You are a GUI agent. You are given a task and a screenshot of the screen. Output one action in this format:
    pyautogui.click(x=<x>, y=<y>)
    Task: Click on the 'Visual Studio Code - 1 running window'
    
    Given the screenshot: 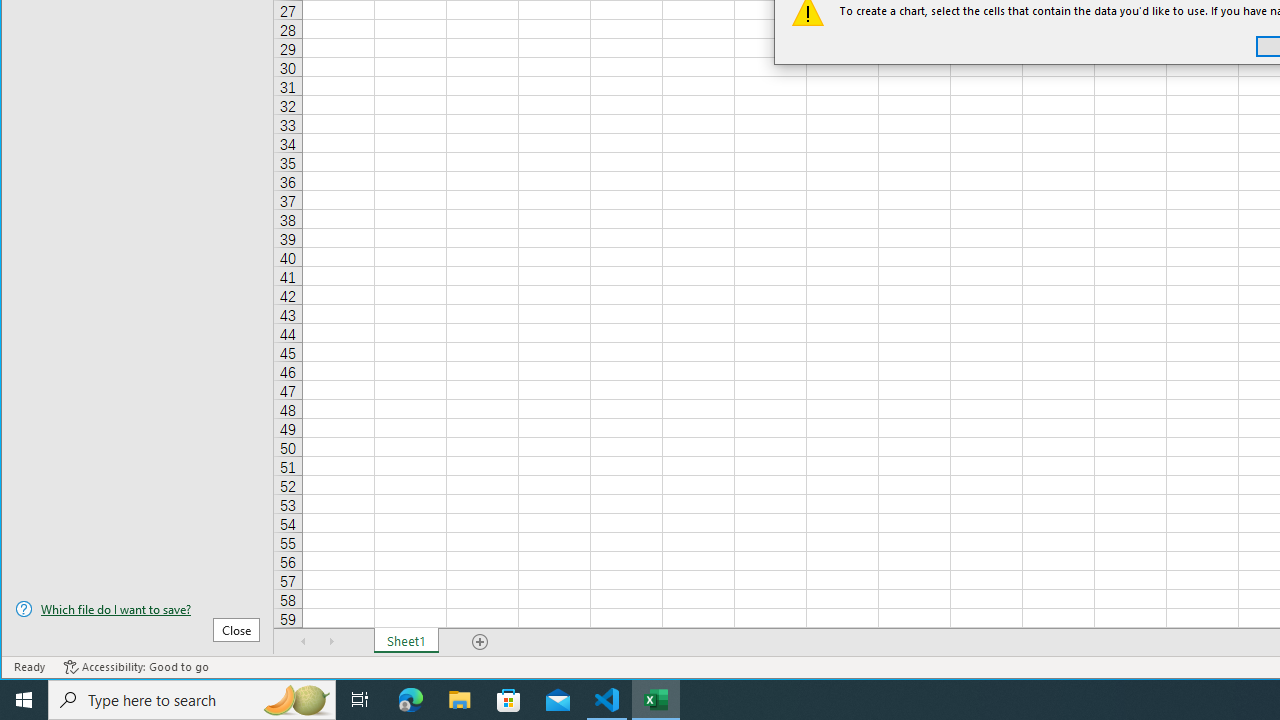 What is the action you would take?
    pyautogui.click(x=606, y=698)
    